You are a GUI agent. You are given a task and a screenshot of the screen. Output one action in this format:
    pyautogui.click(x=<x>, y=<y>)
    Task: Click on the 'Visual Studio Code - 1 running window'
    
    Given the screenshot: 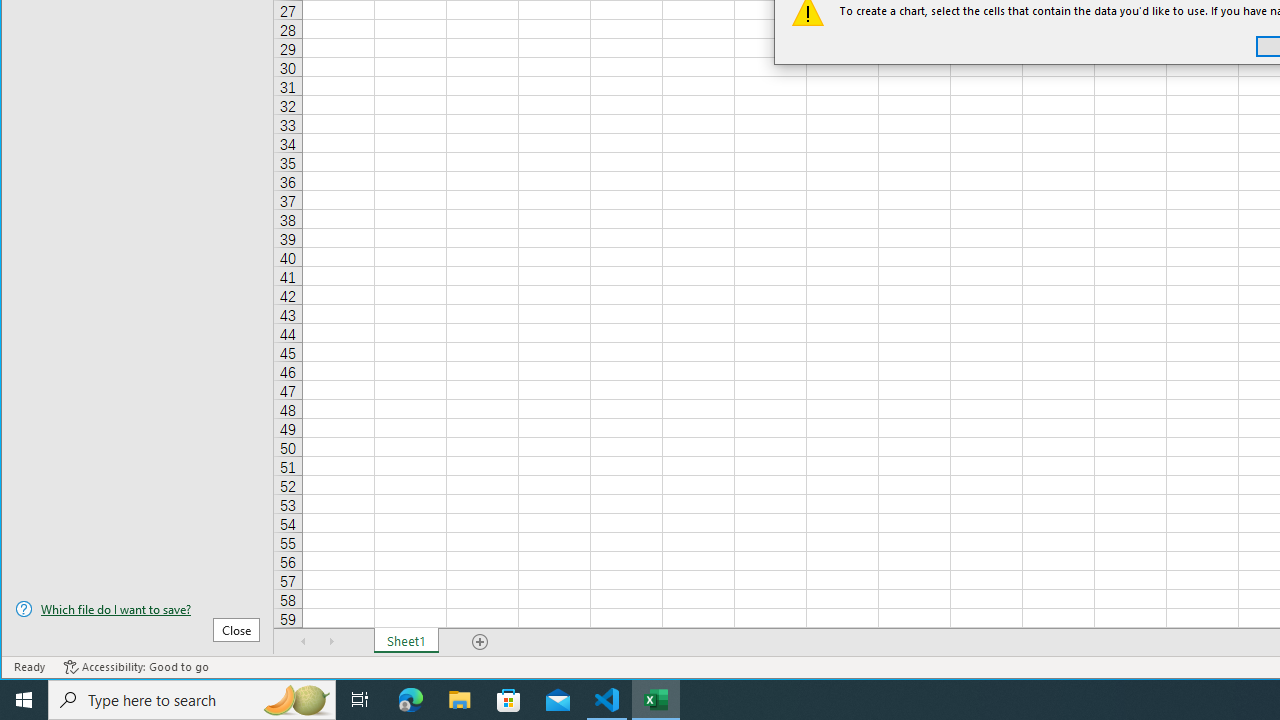 What is the action you would take?
    pyautogui.click(x=606, y=698)
    